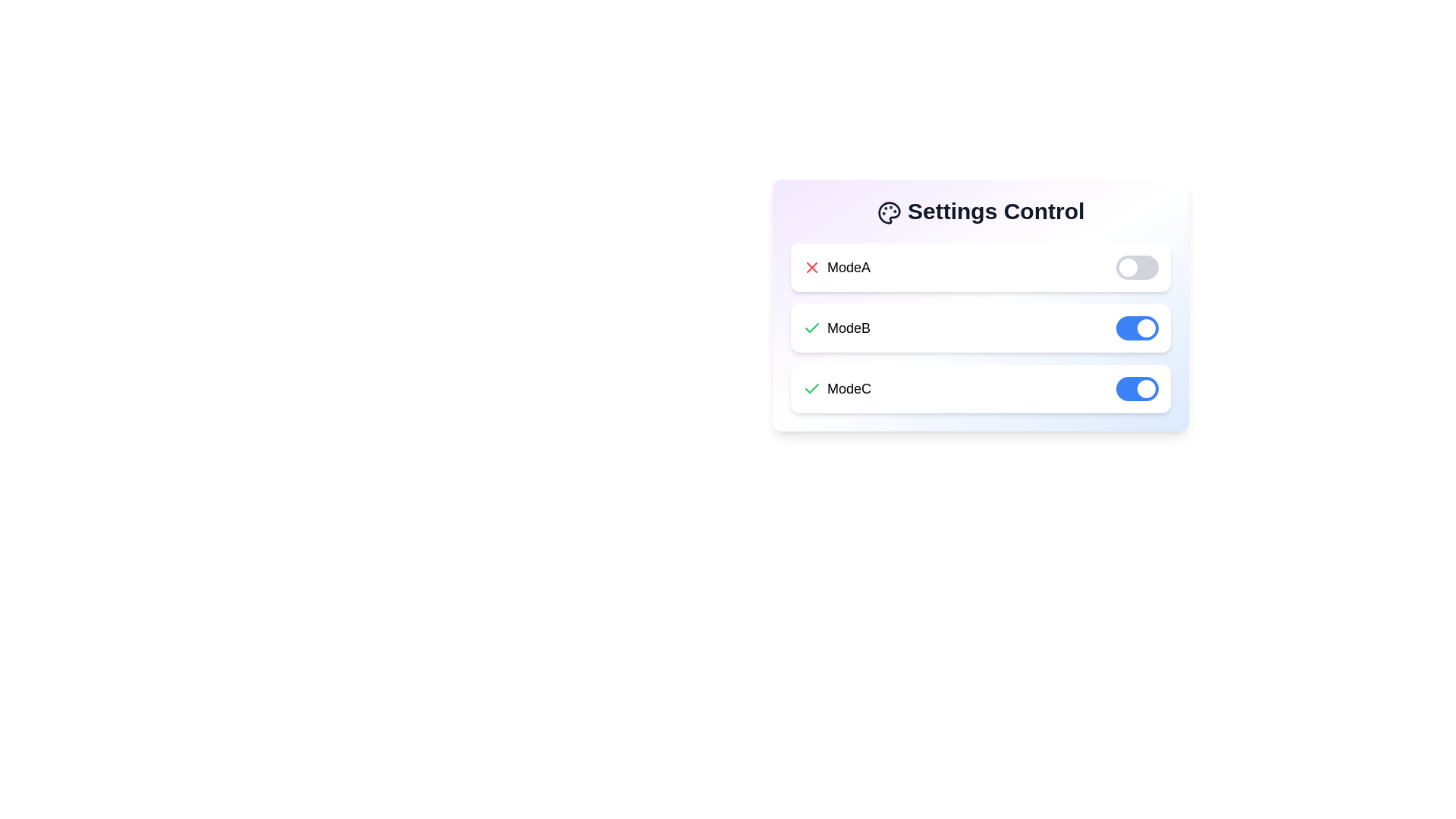  Describe the element at coordinates (848, 388) in the screenshot. I see `the text label for 'ModeC' located at the bottom of the settings panel` at that location.